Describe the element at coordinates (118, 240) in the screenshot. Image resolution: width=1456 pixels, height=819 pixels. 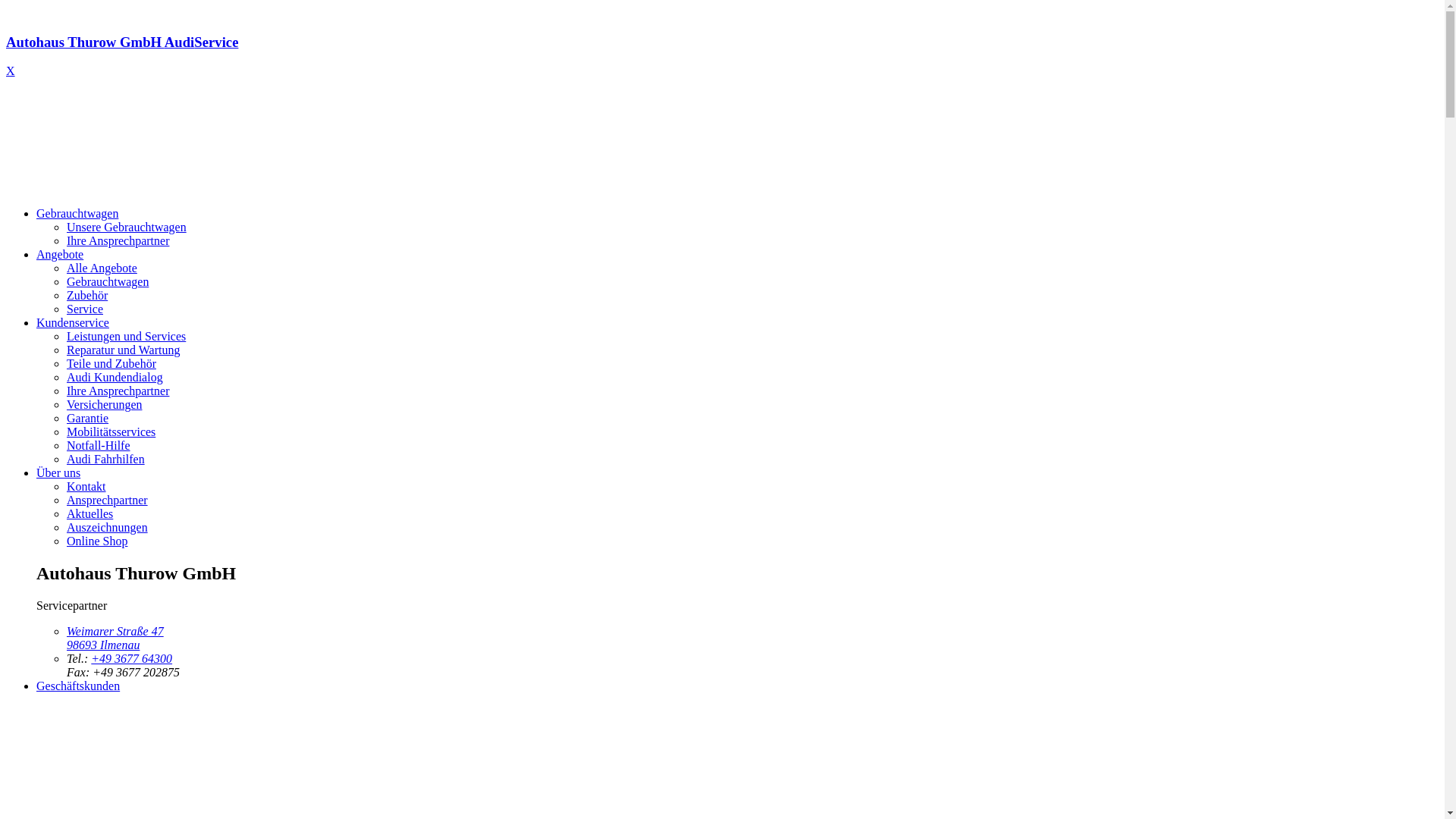
I see `'Ihre Ansprechpartner'` at that location.